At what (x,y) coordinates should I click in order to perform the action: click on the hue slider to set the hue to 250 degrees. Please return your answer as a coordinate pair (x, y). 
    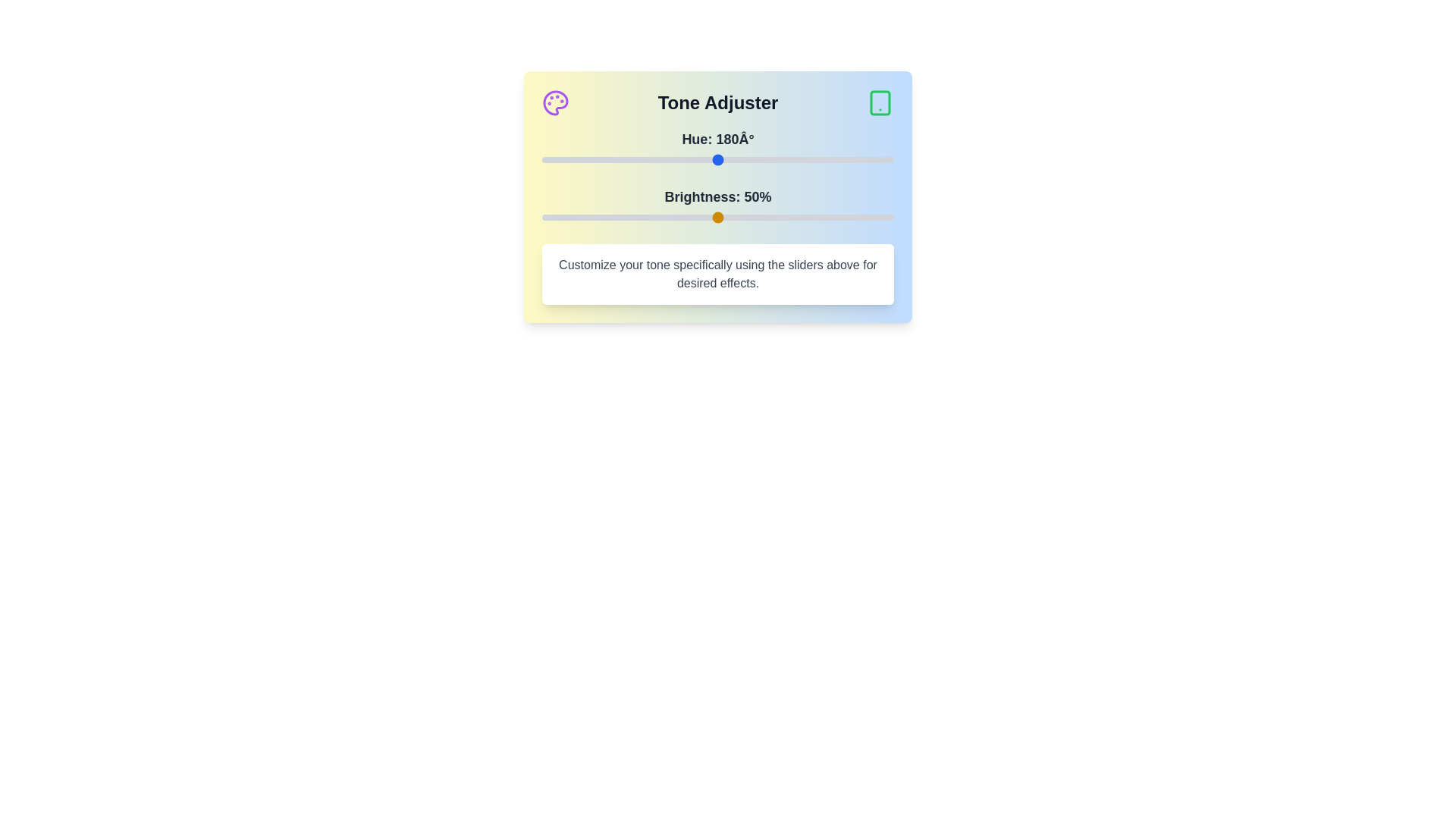
    Looking at the image, I should click on (786, 160).